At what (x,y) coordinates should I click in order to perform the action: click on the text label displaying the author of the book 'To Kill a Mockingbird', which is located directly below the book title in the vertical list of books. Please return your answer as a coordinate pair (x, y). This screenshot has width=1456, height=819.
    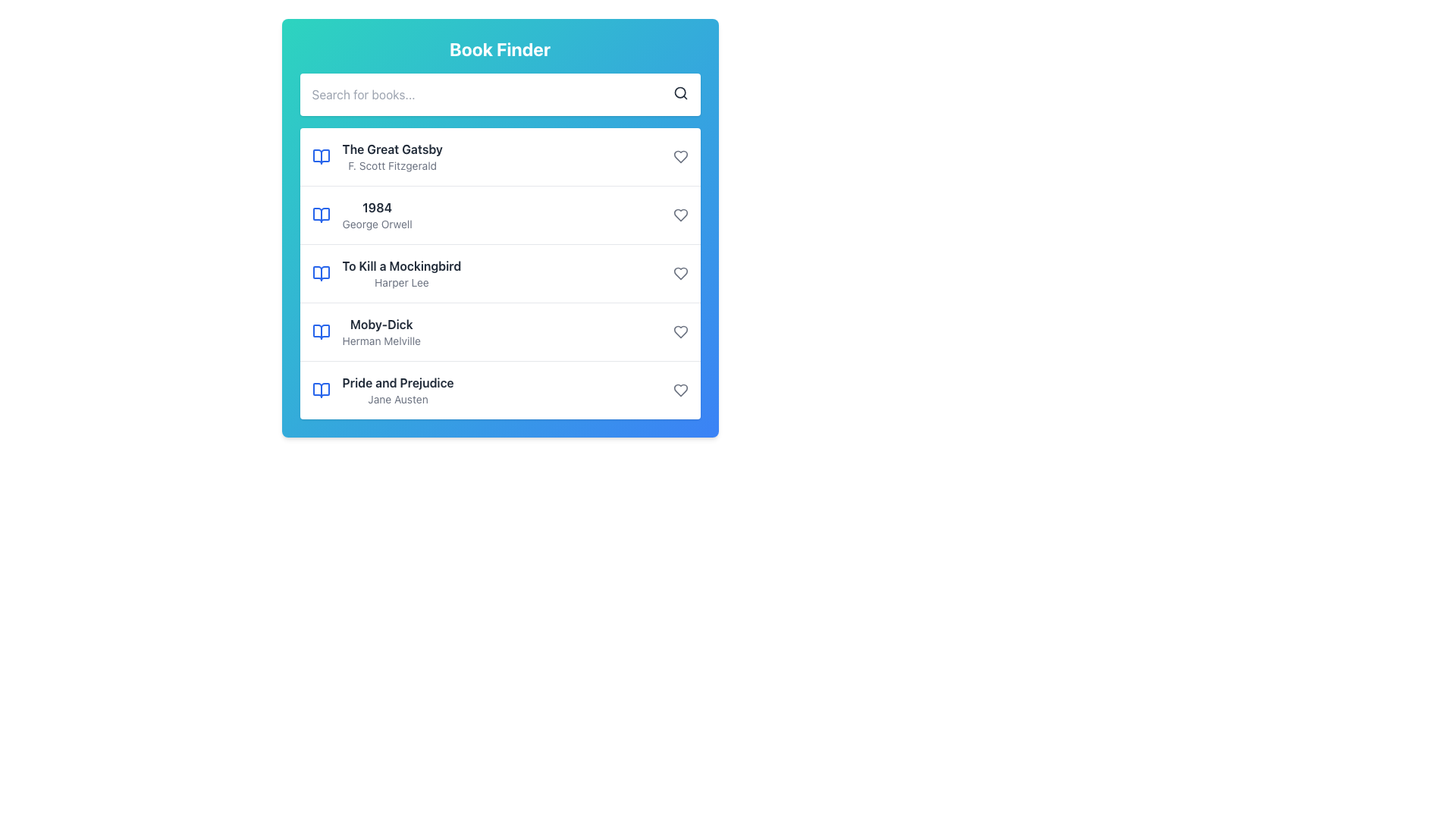
    Looking at the image, I should click on (401, 283).